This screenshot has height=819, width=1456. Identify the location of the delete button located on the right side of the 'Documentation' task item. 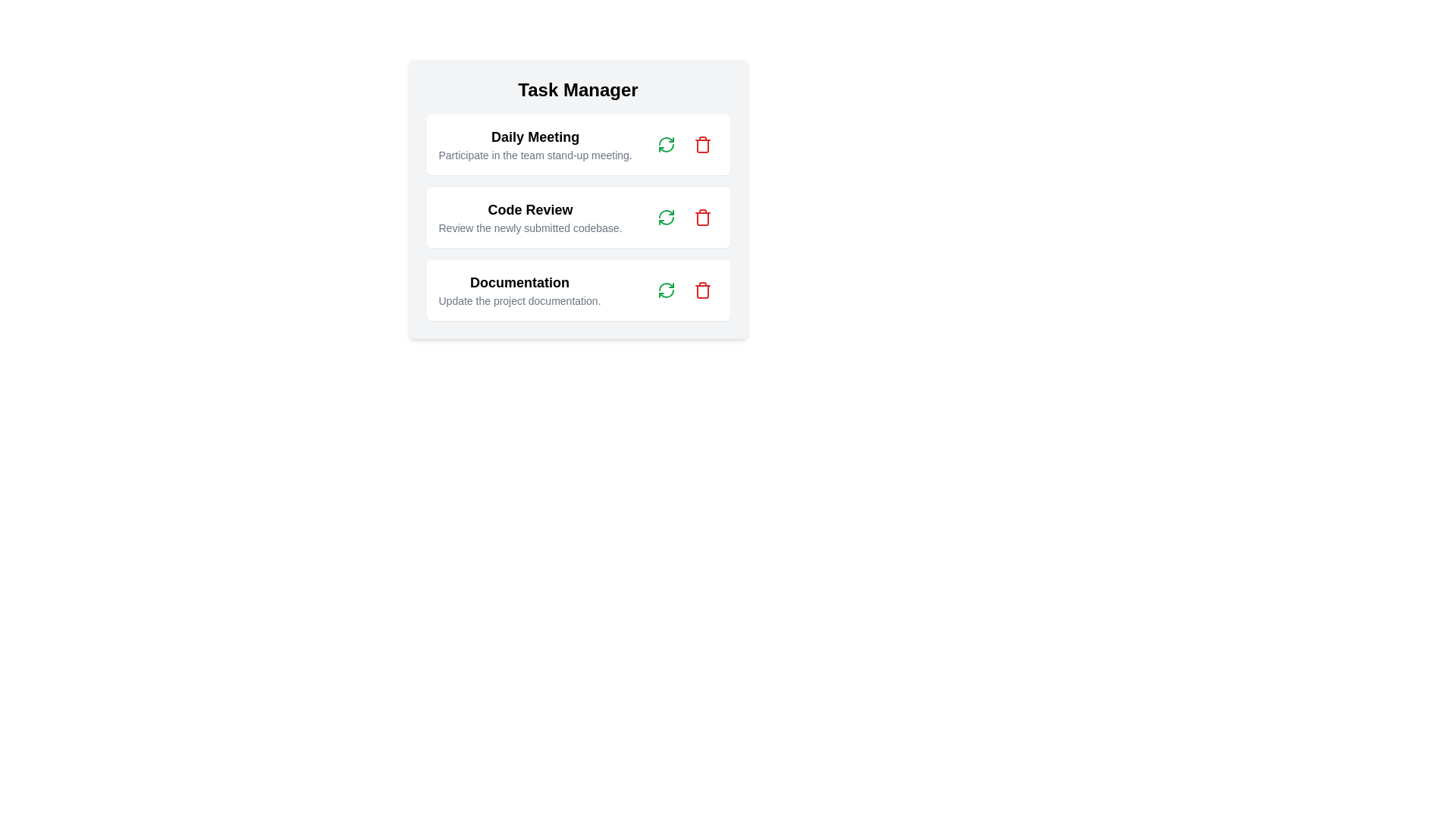
(701, 290).